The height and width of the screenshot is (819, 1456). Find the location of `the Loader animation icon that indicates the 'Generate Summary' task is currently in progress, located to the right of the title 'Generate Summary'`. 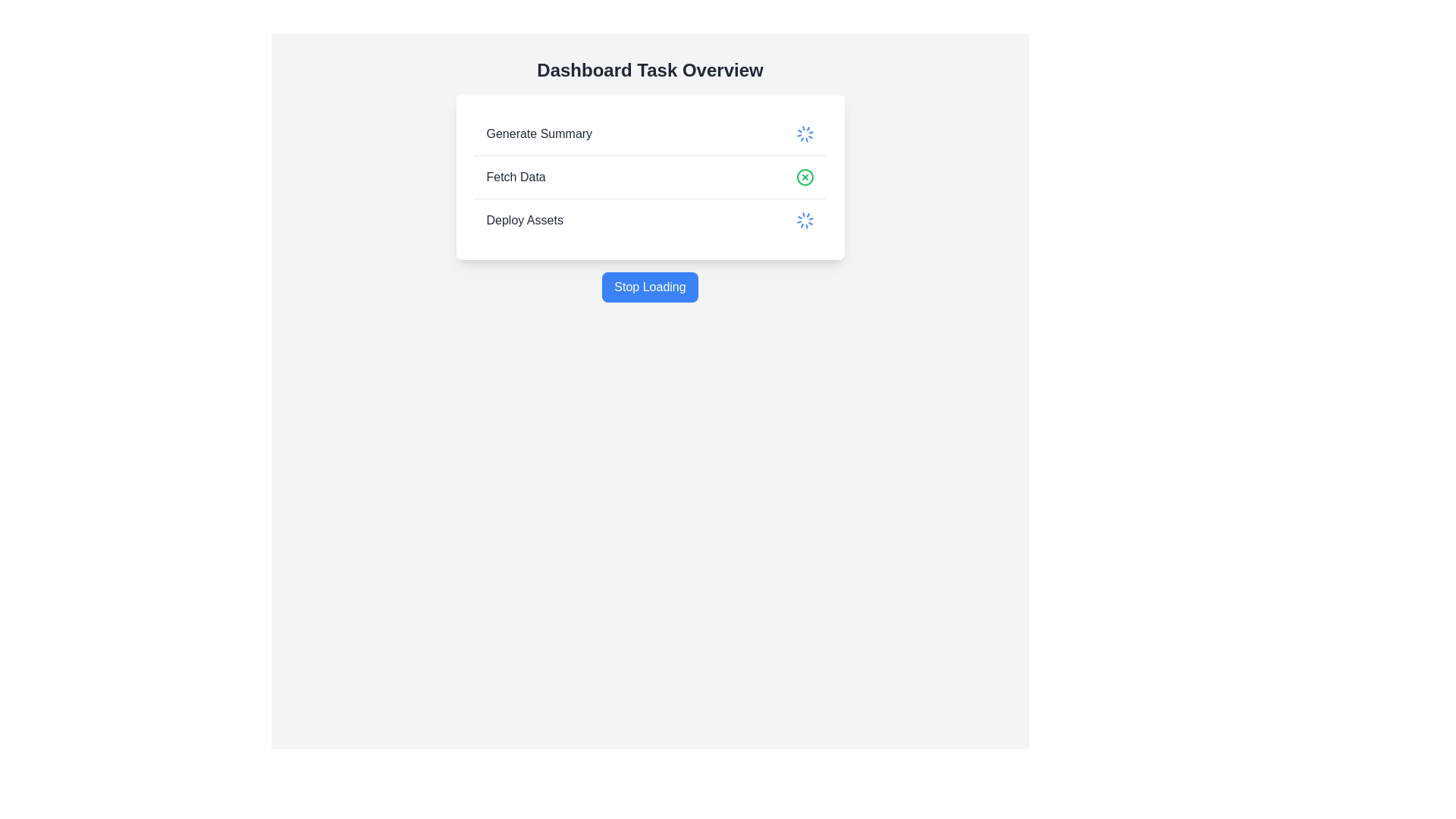

the Loader animation icon that indicates the 'Generate Summary' task is currently in progress, located to the right of the title 'Generate Summary' is located at coordinates (804, 133).